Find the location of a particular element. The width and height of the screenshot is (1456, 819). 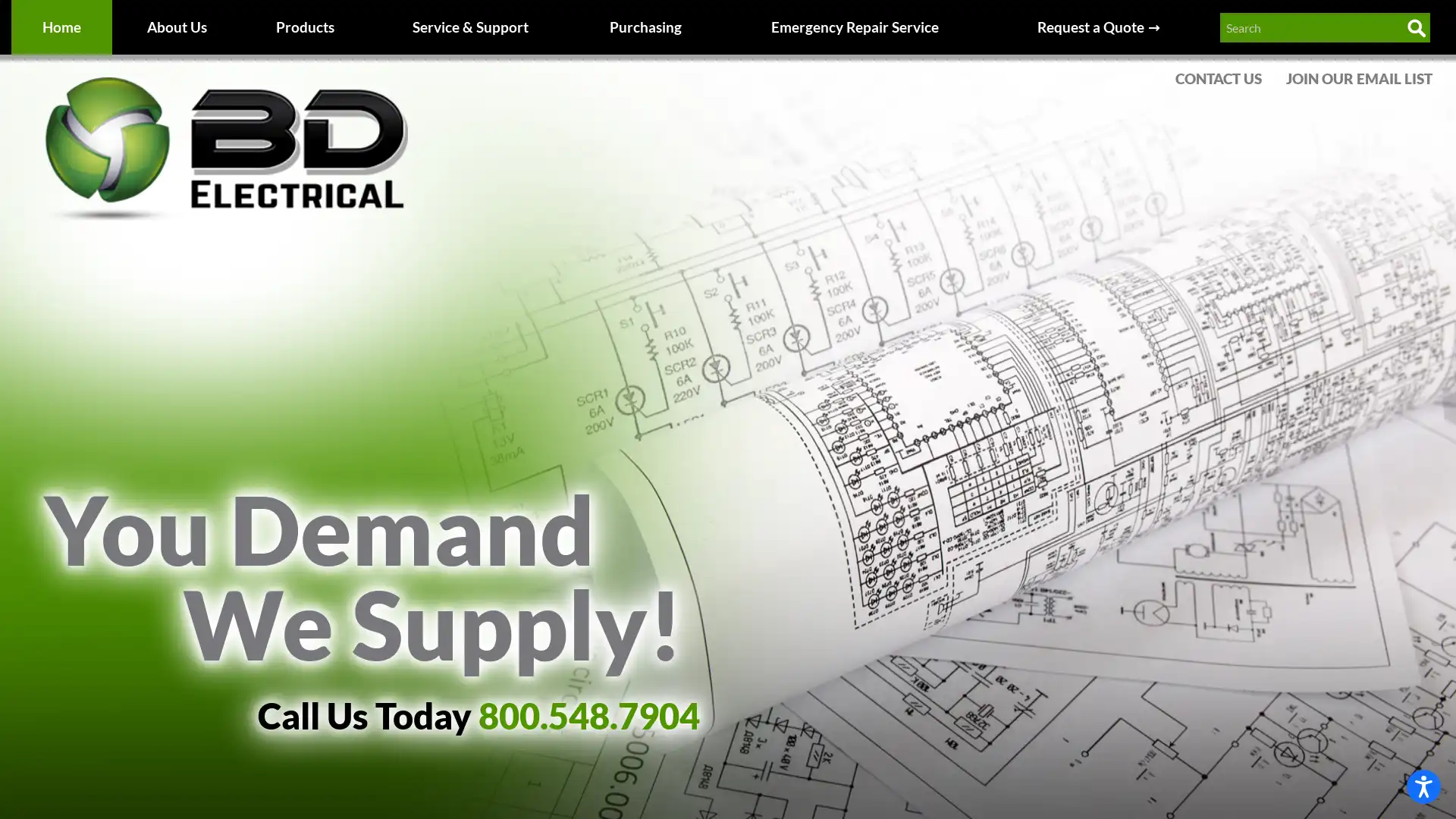

Search is located at coordinates (1415, 27).